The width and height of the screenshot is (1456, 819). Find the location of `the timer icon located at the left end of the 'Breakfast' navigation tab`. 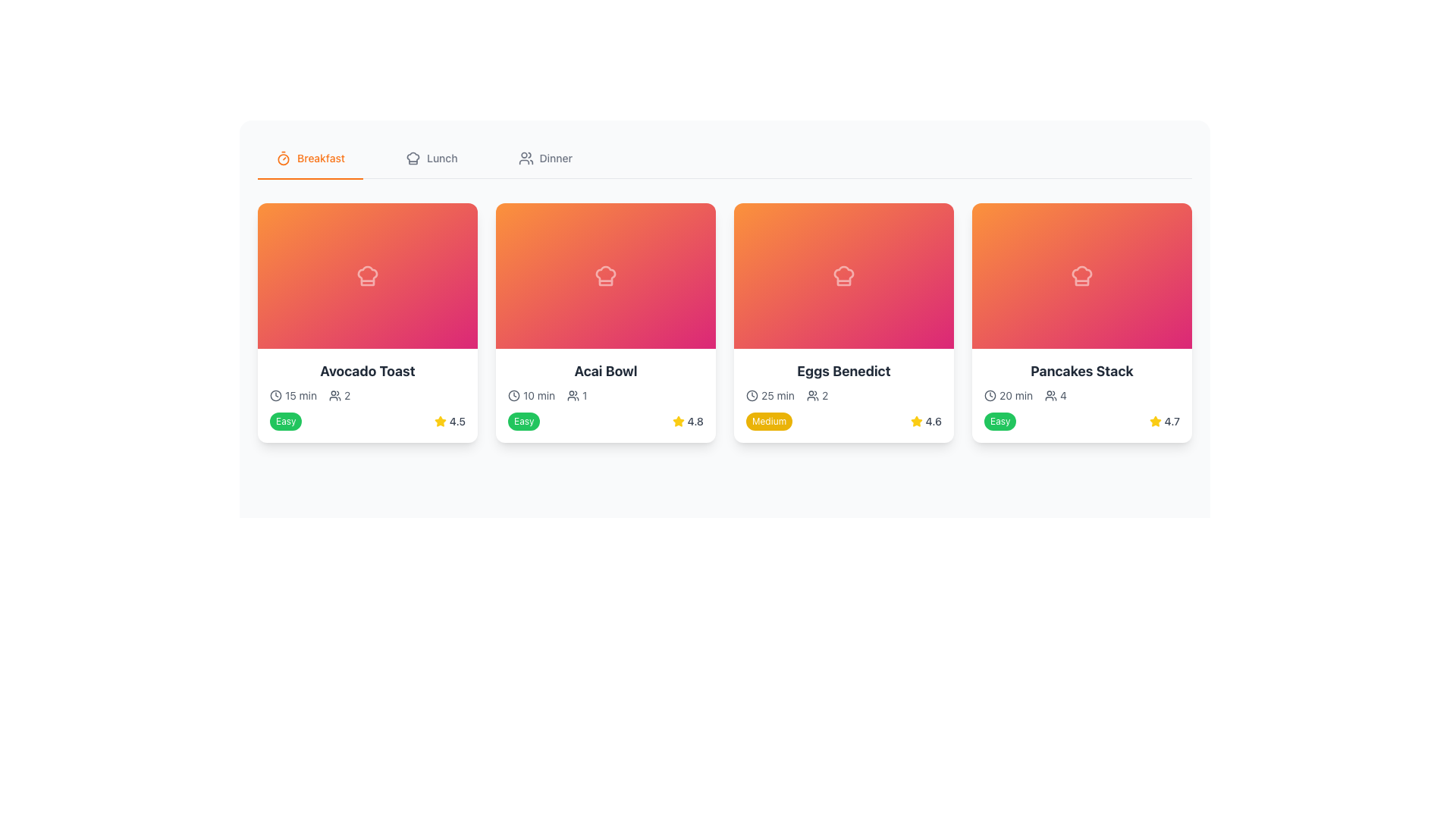

the timer icon located at the left end of the 'Breakfast' navigation tab is located at coordinates (284, 158).